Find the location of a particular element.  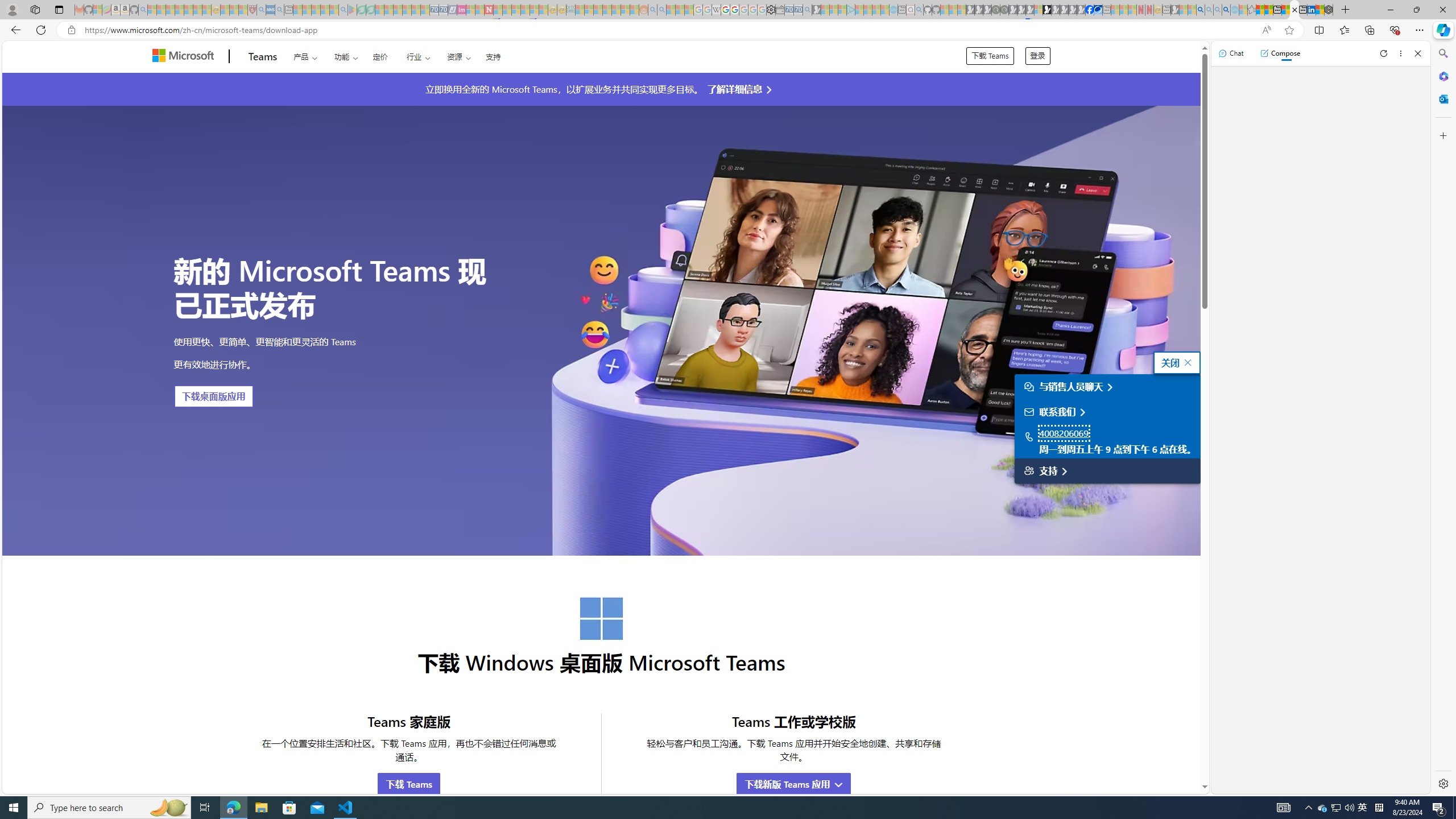

'Future Focus Report 2024 - Sleeping' is located at coordinates (1004, 9).